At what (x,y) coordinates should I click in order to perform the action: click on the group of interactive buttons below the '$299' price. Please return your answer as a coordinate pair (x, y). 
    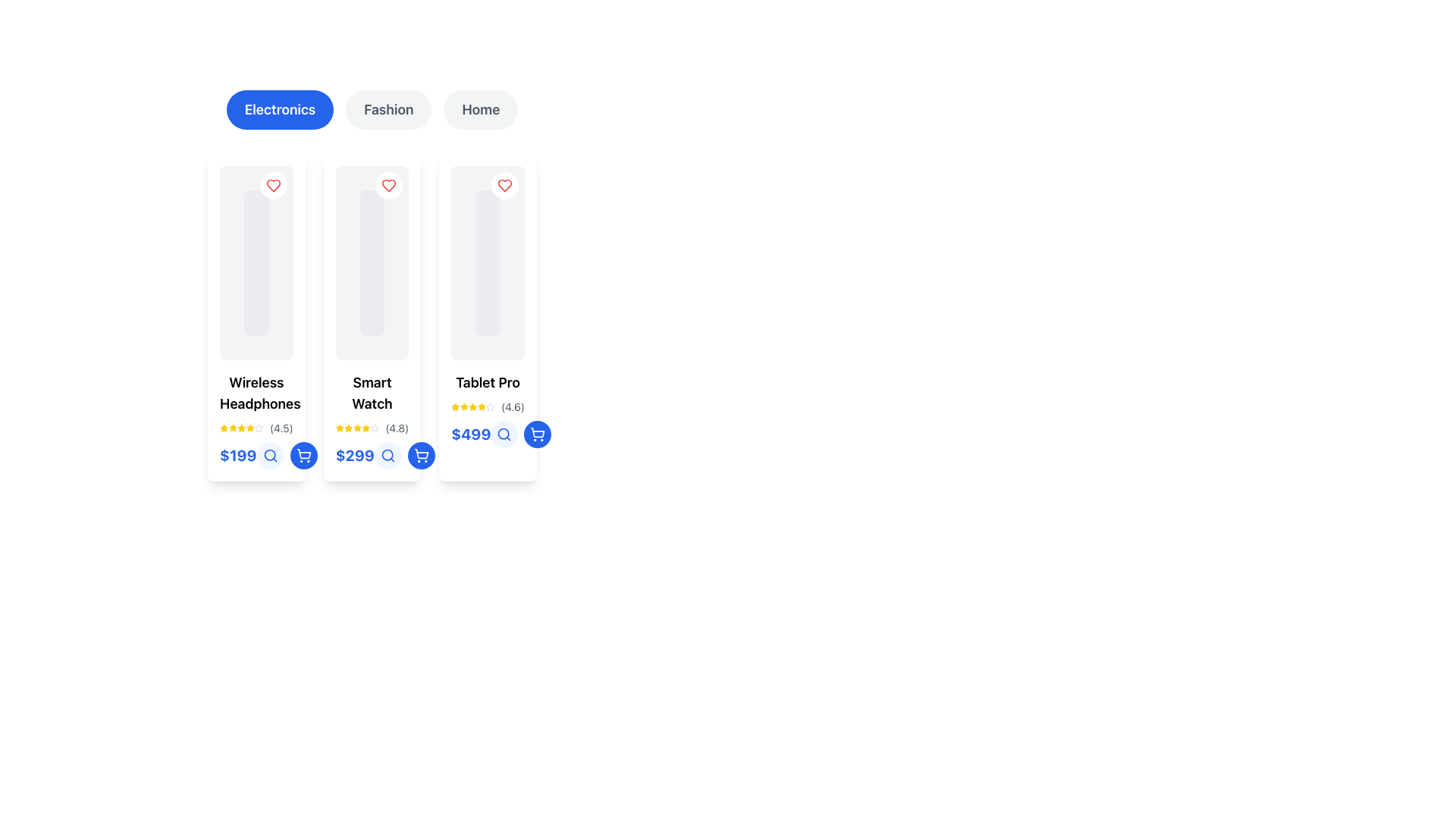
    Looking at the image, I should click on (404, 455).